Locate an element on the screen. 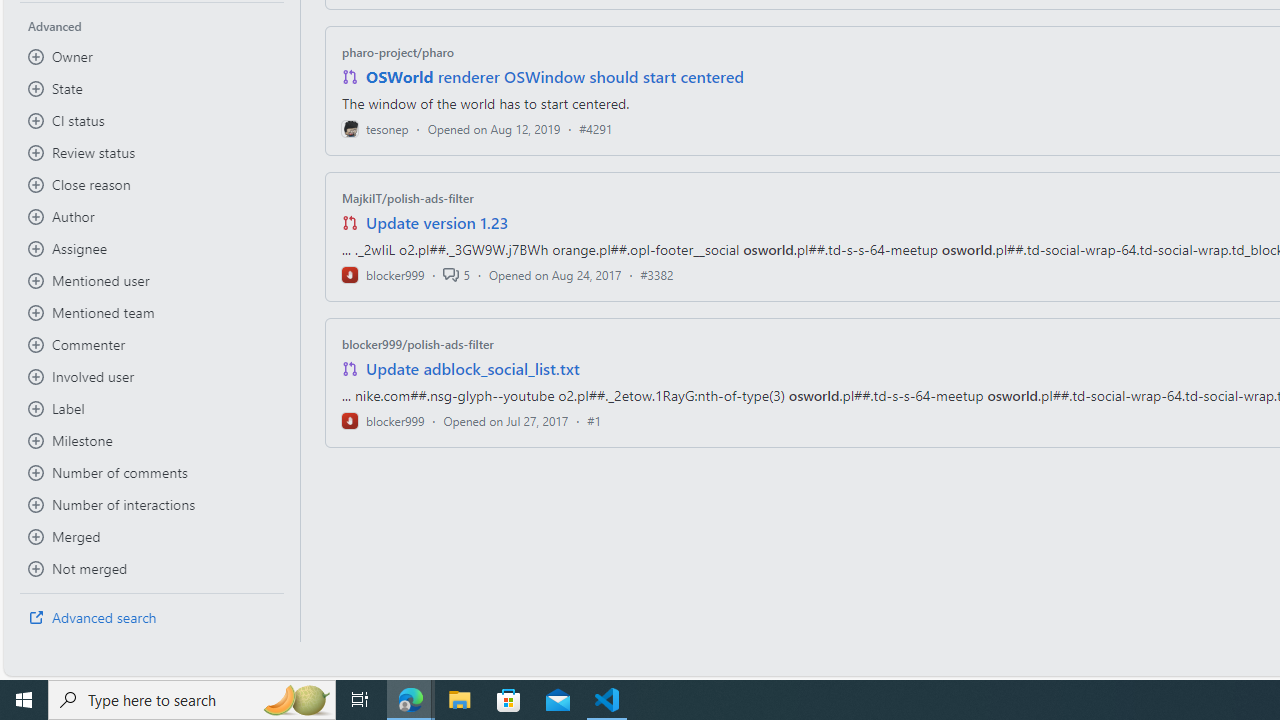 This screenshot has width=1280, height=720. 'blocker999/polish-ads-filter' is located at coordinates (416, 342).